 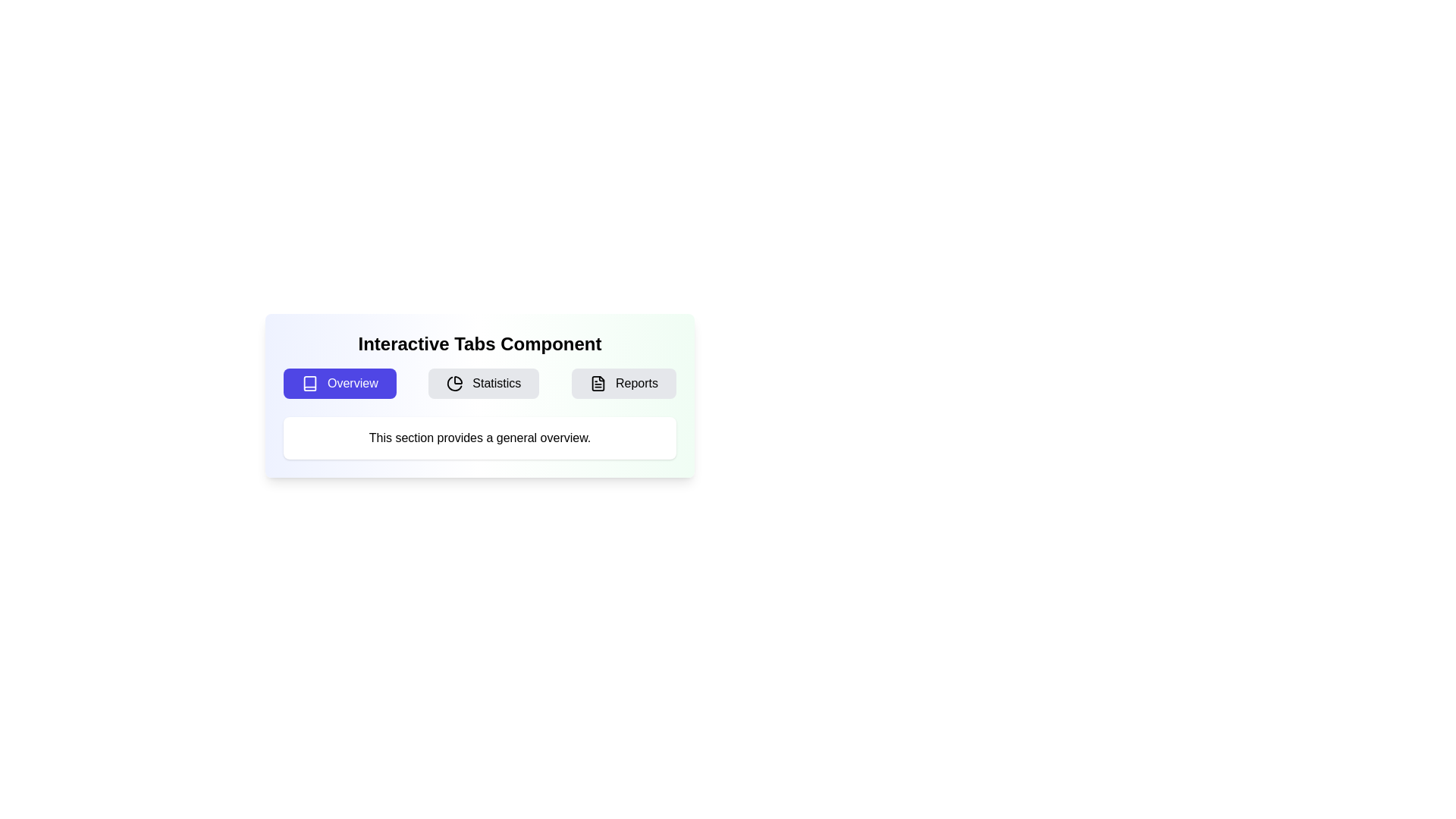 What do you see at coordinates (479, 382) in the screenshot?
I see `the tab bar located directly below the heading 'Interactive Tabs Component' to switch sections among 'Overview', 'Statistics', and 'Reports'` at bounding box center [479, 382].